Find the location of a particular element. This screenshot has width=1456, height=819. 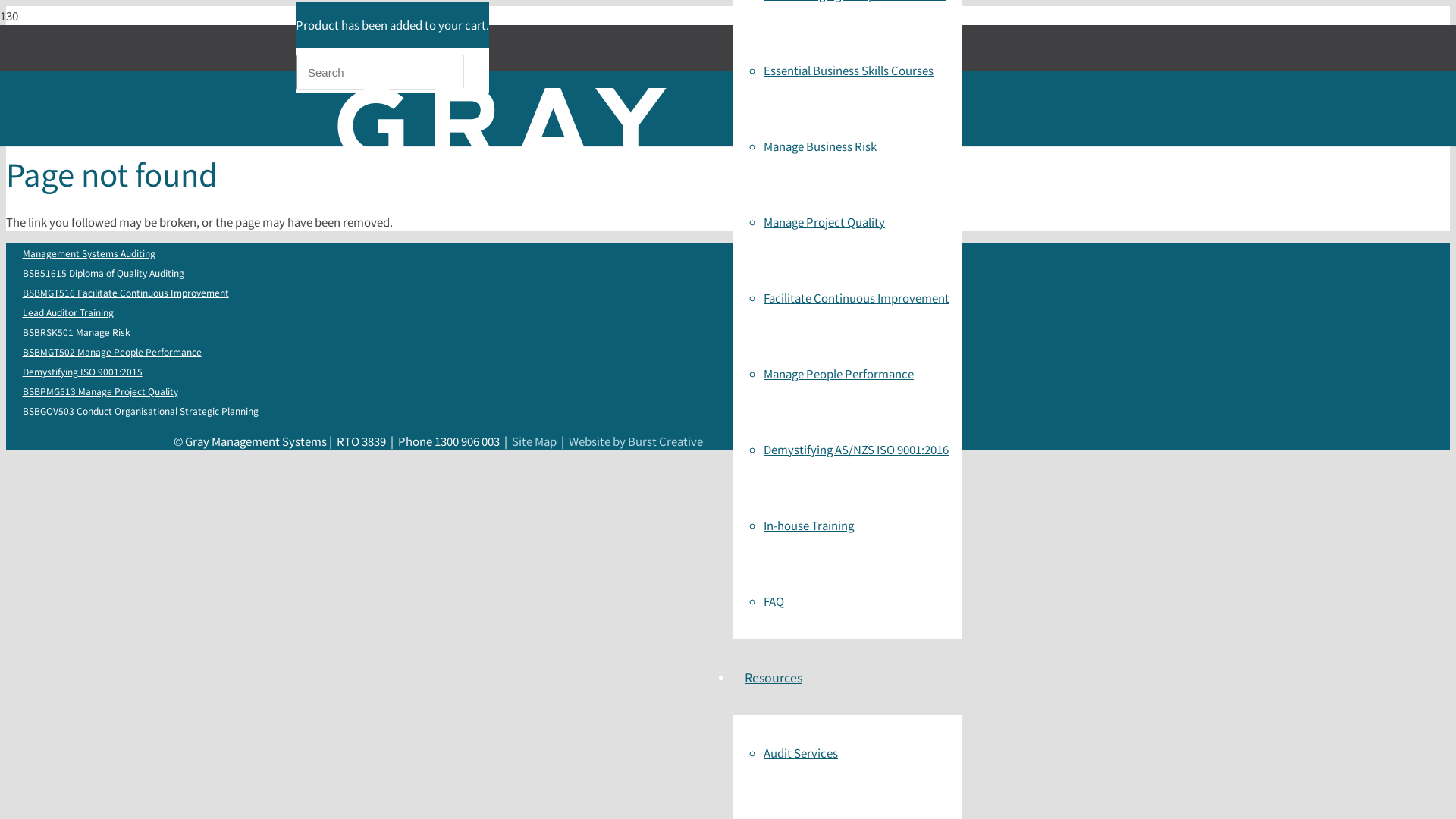

'BSBMGT516 Facilitate Continuous Improvement' is located at coordinates (125, 292).